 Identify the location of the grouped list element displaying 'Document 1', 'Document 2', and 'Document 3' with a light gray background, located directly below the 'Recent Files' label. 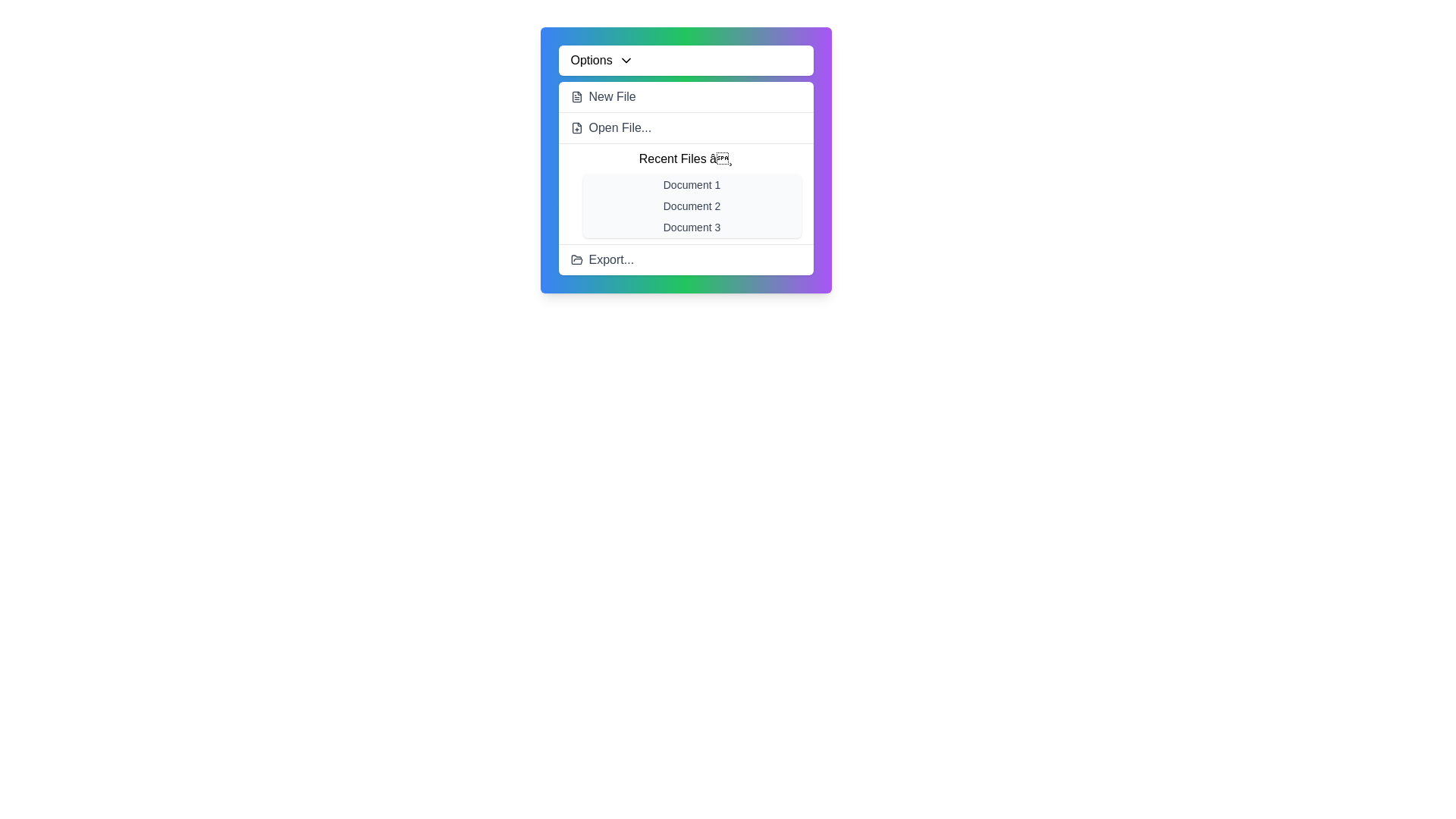
(691, 206).